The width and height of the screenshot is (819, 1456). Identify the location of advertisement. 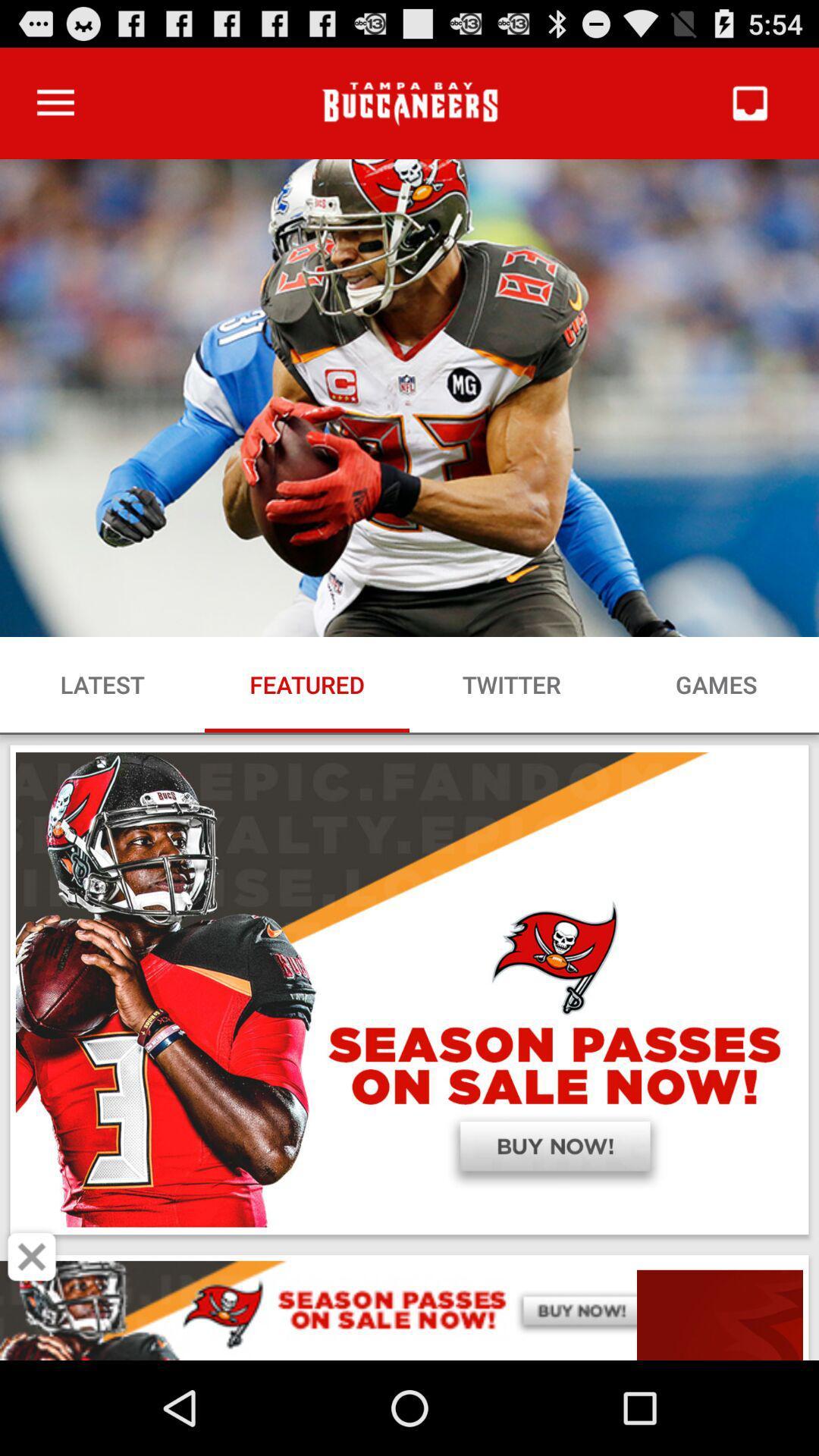
(409, 1310).